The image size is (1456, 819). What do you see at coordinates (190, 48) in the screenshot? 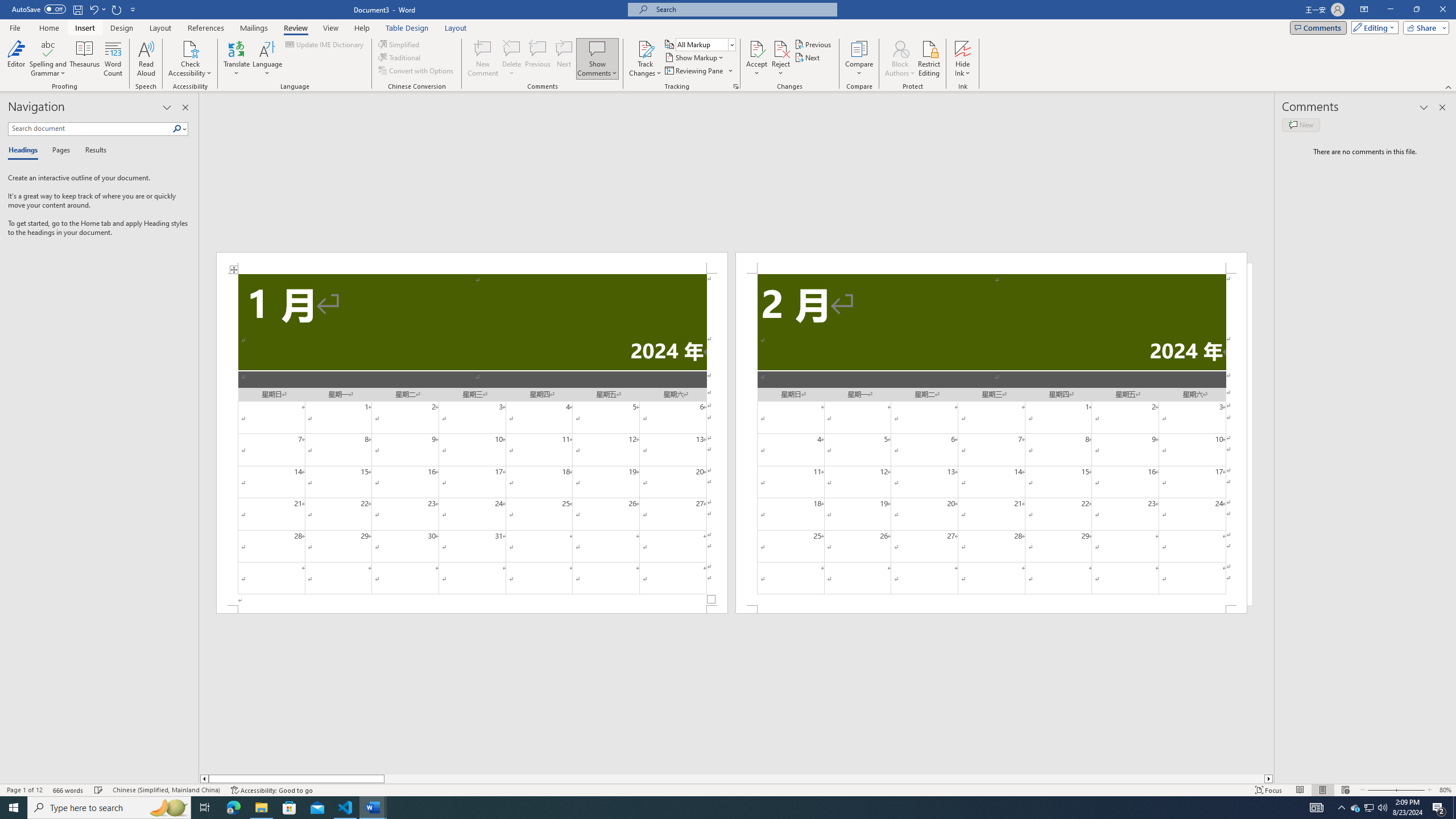
I see `'Check Accessibility'` at bounding box center [190, 48].